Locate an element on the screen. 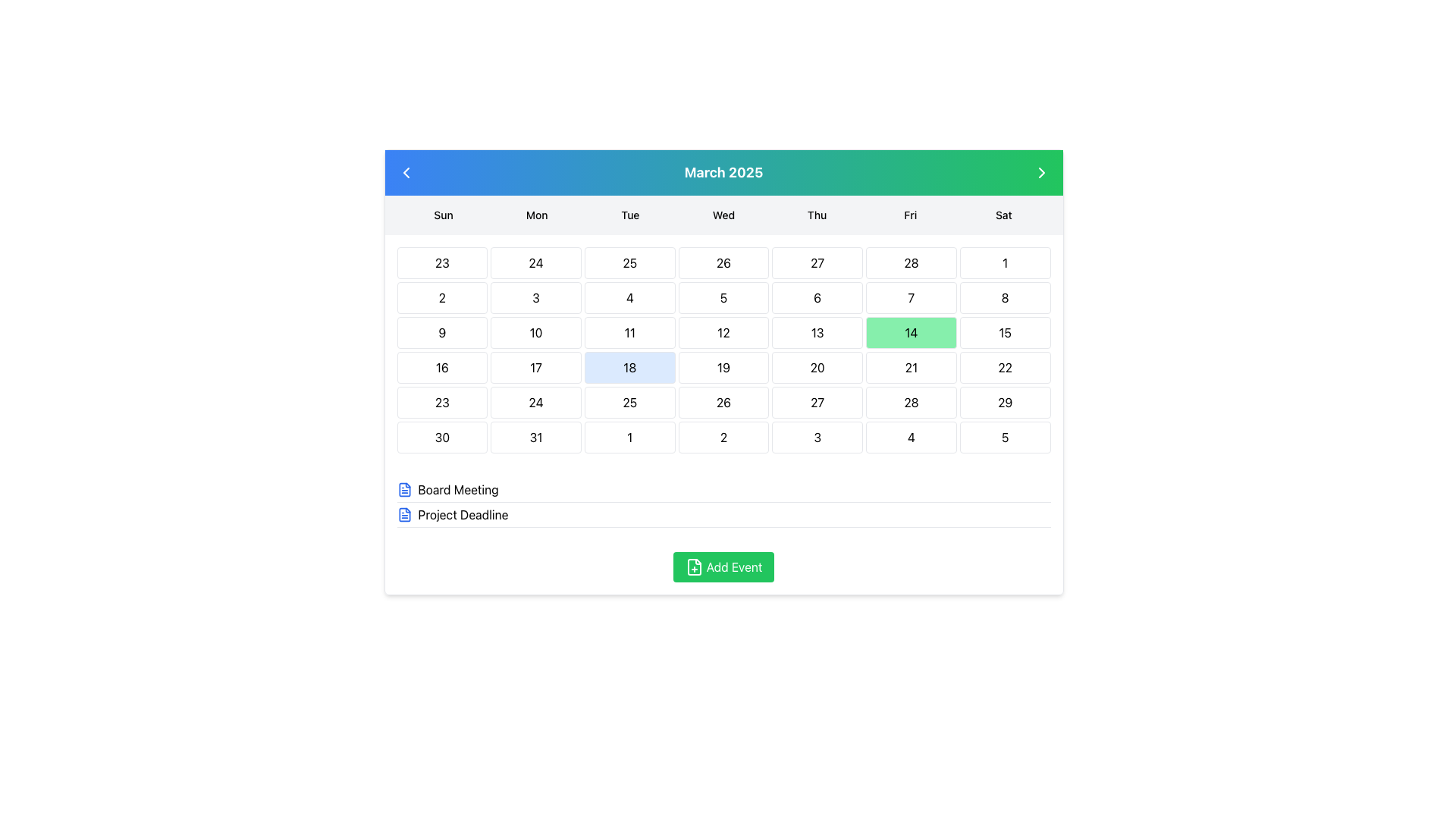 The image size is (1456, 819). the navigation button icon on the left side of the blue header section of the calendar interface is located at coordinates (406, 171).